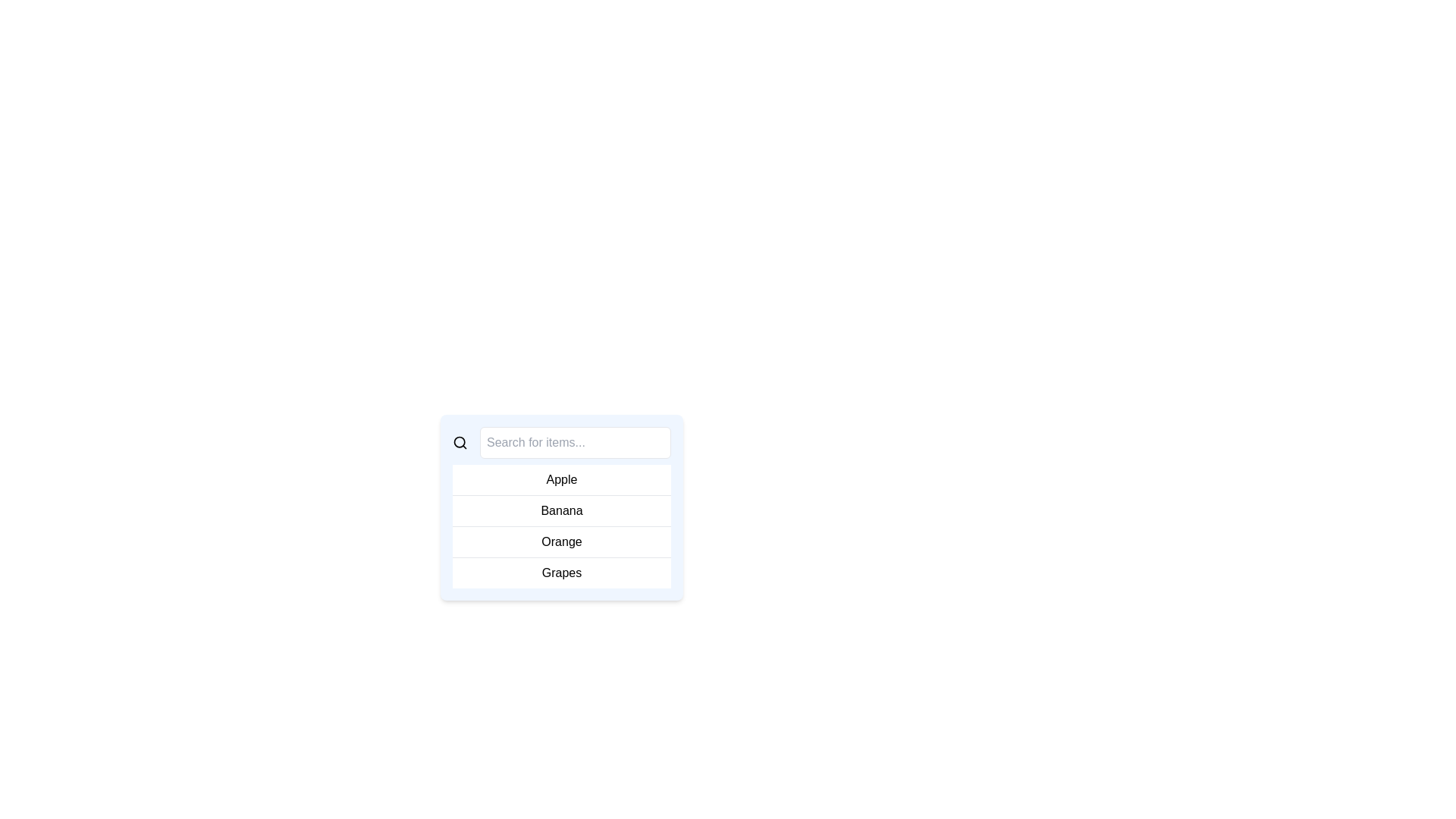  I want to click on the list item containing the text 'Banana', so click(560, 511).